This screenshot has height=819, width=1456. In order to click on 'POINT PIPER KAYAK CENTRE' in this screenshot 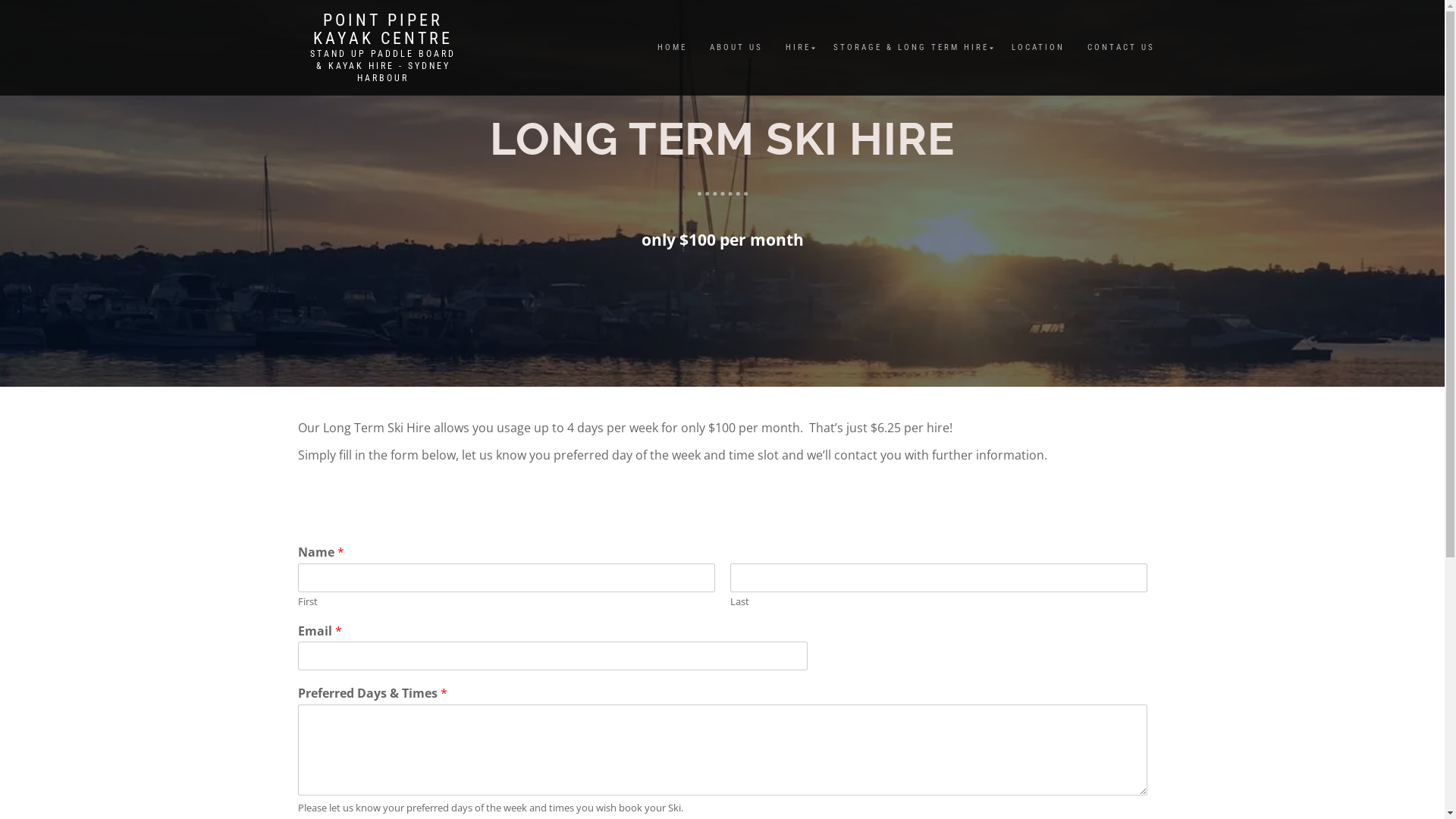, I will do `click(382, 29)`.